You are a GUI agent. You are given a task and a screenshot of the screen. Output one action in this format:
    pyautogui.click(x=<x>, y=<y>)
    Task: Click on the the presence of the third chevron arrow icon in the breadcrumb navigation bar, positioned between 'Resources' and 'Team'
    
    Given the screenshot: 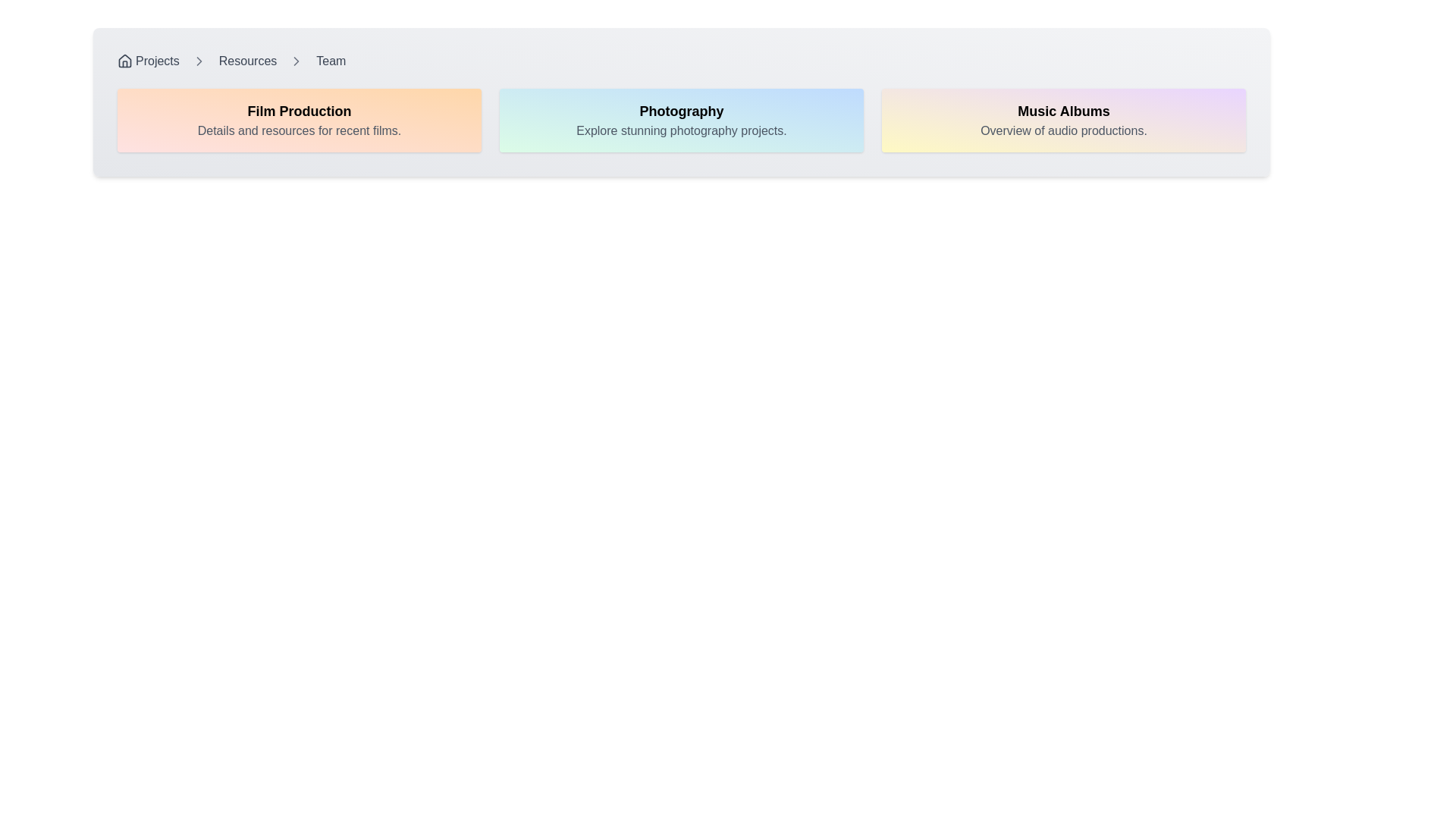 What is the action you would take?
    pyautogui.click(x=297, y=61)
    